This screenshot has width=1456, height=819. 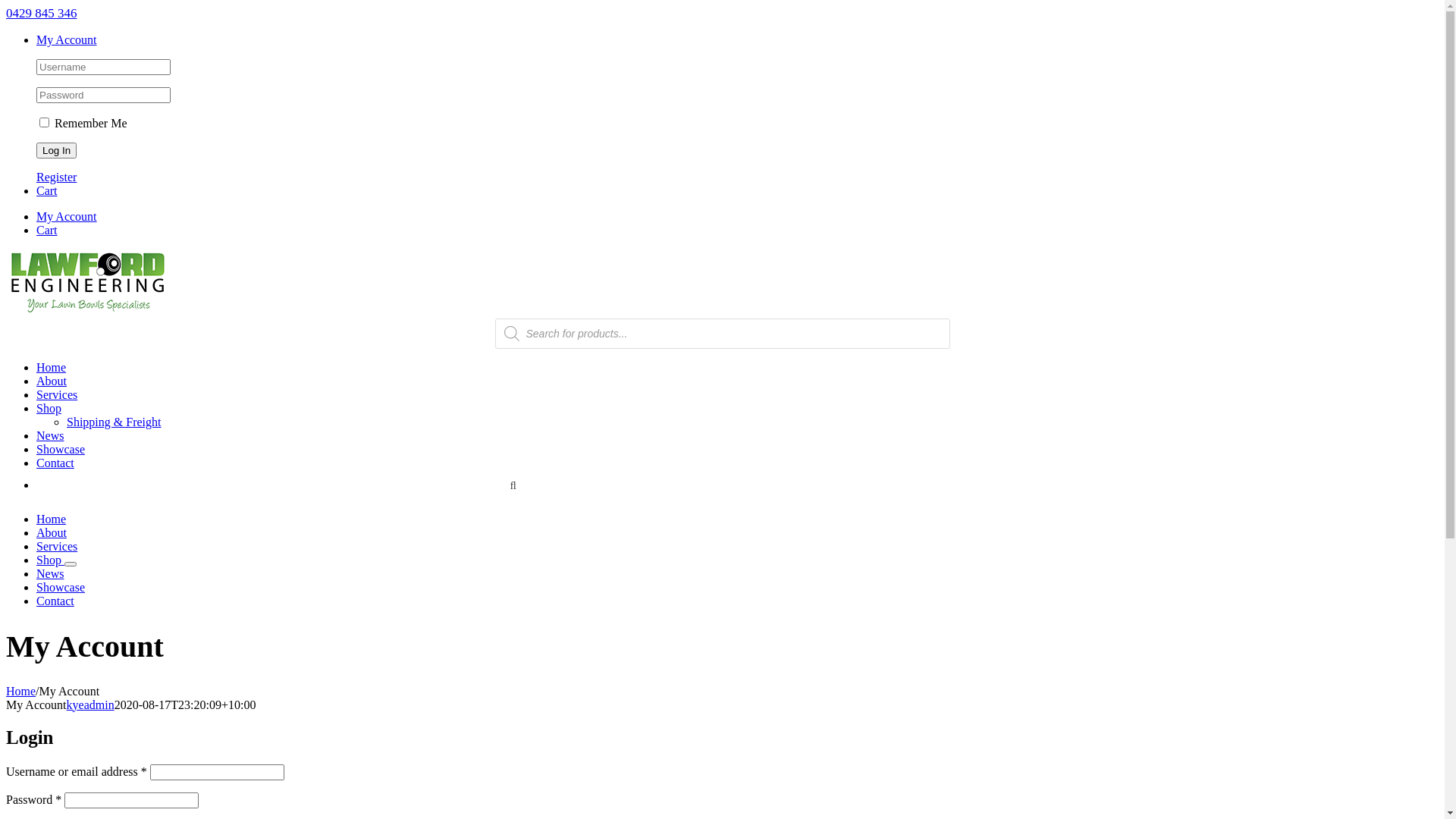 I want to click on 'Shipping & Freight', so click(x=112, y=422).